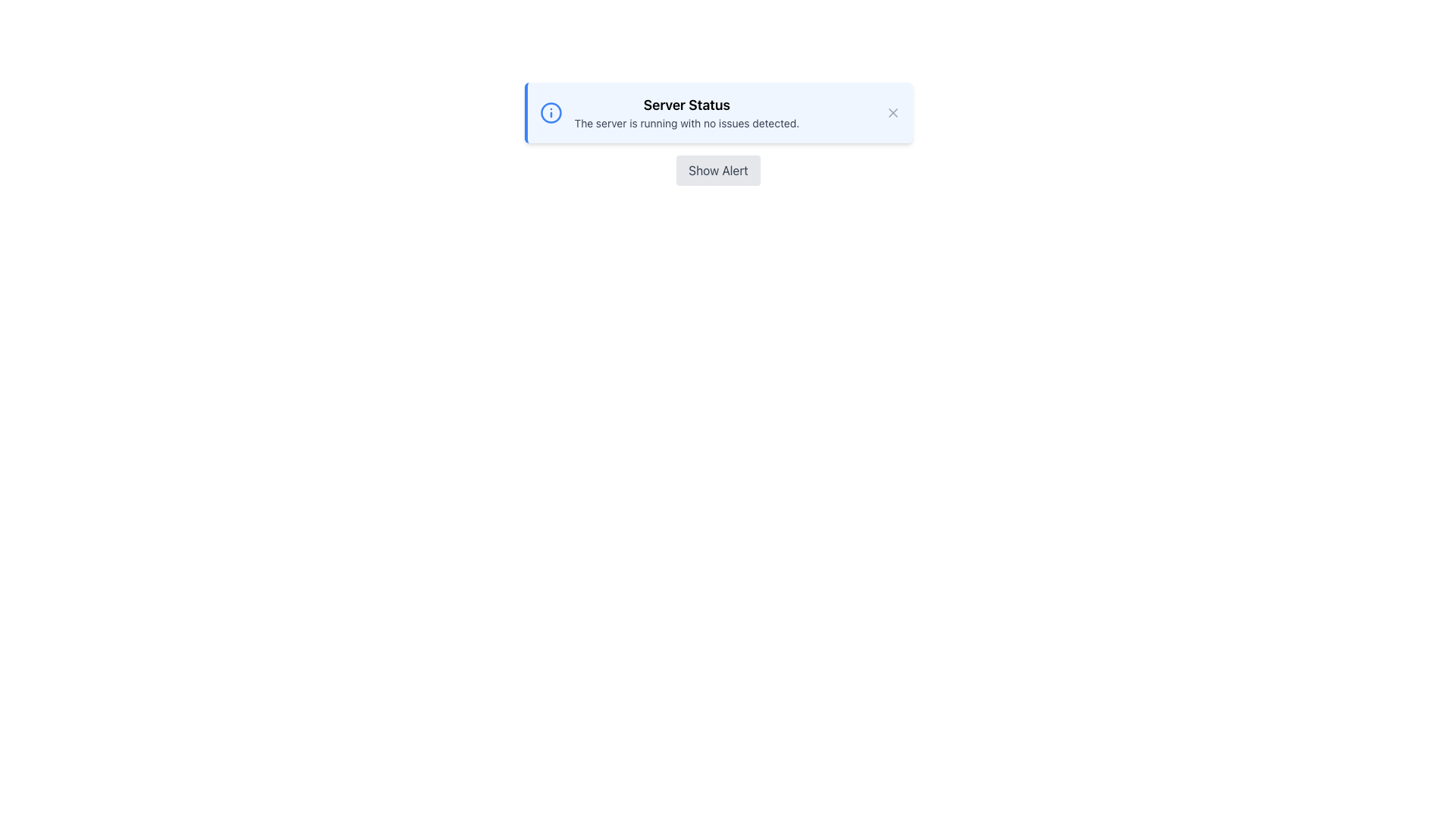  What do you see at coordinates (717, 170) in the screenshot?
I see `the button located below the 'Server Status' notification panel to observe a styling change` at bounding box center [717, 170].